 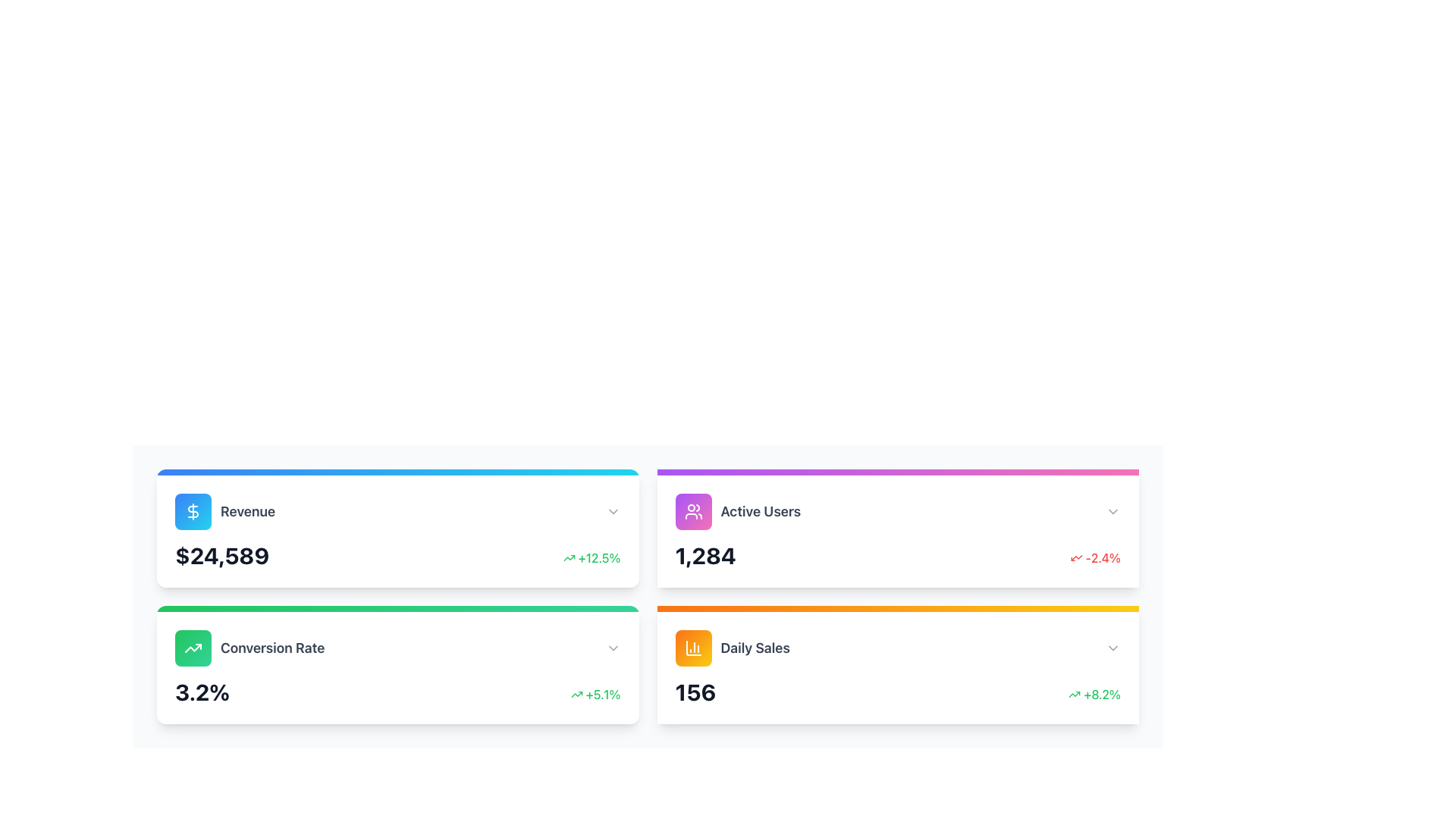 What do you see at coordinates (249, 648) in the screenshot?
I see `the conversion rate label within the dashboard card located in the second row and first column, below the 'Revenue' card` at bounding box center [249, 648].